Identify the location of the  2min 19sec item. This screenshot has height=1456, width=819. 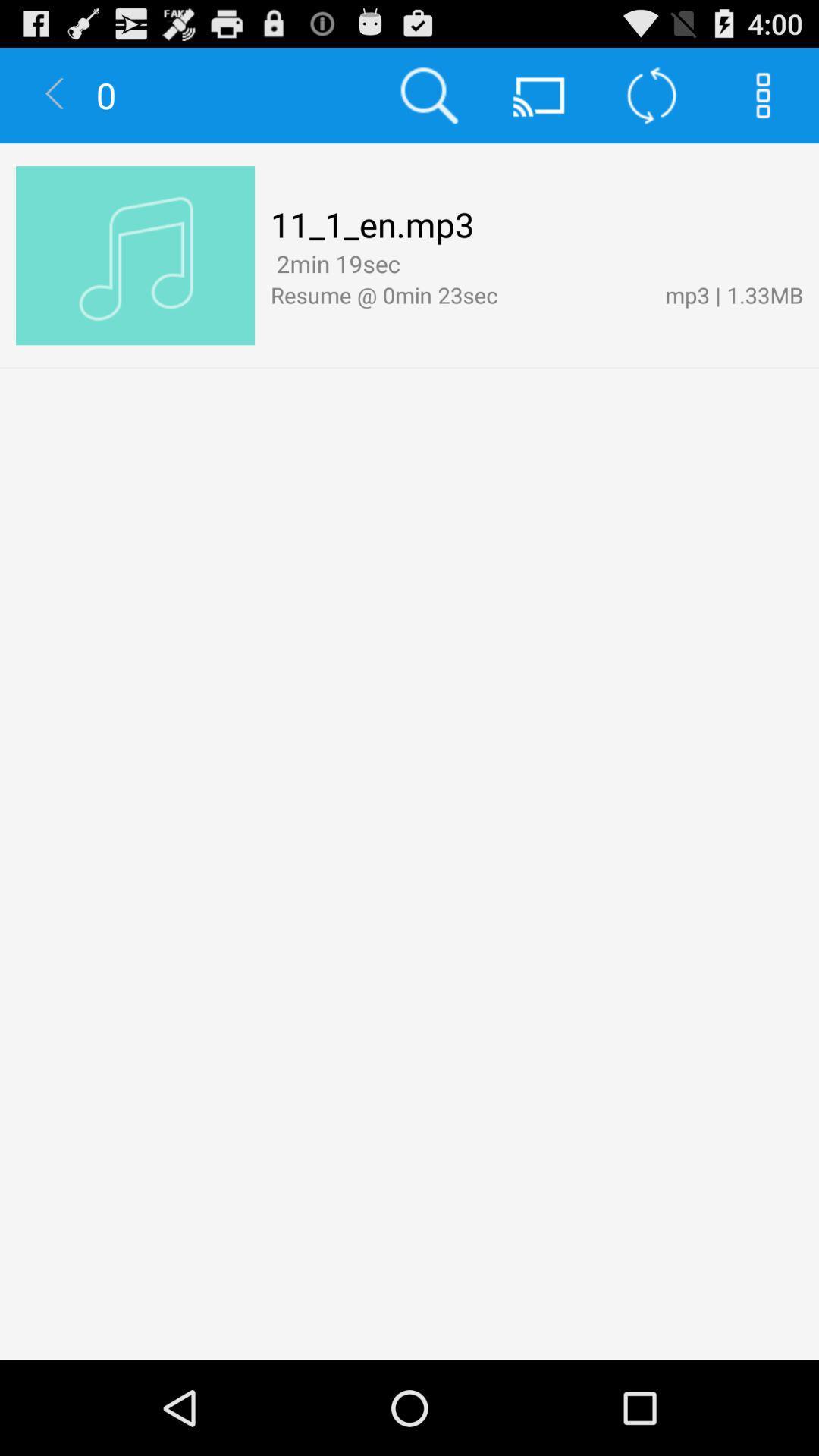
(334, 263).